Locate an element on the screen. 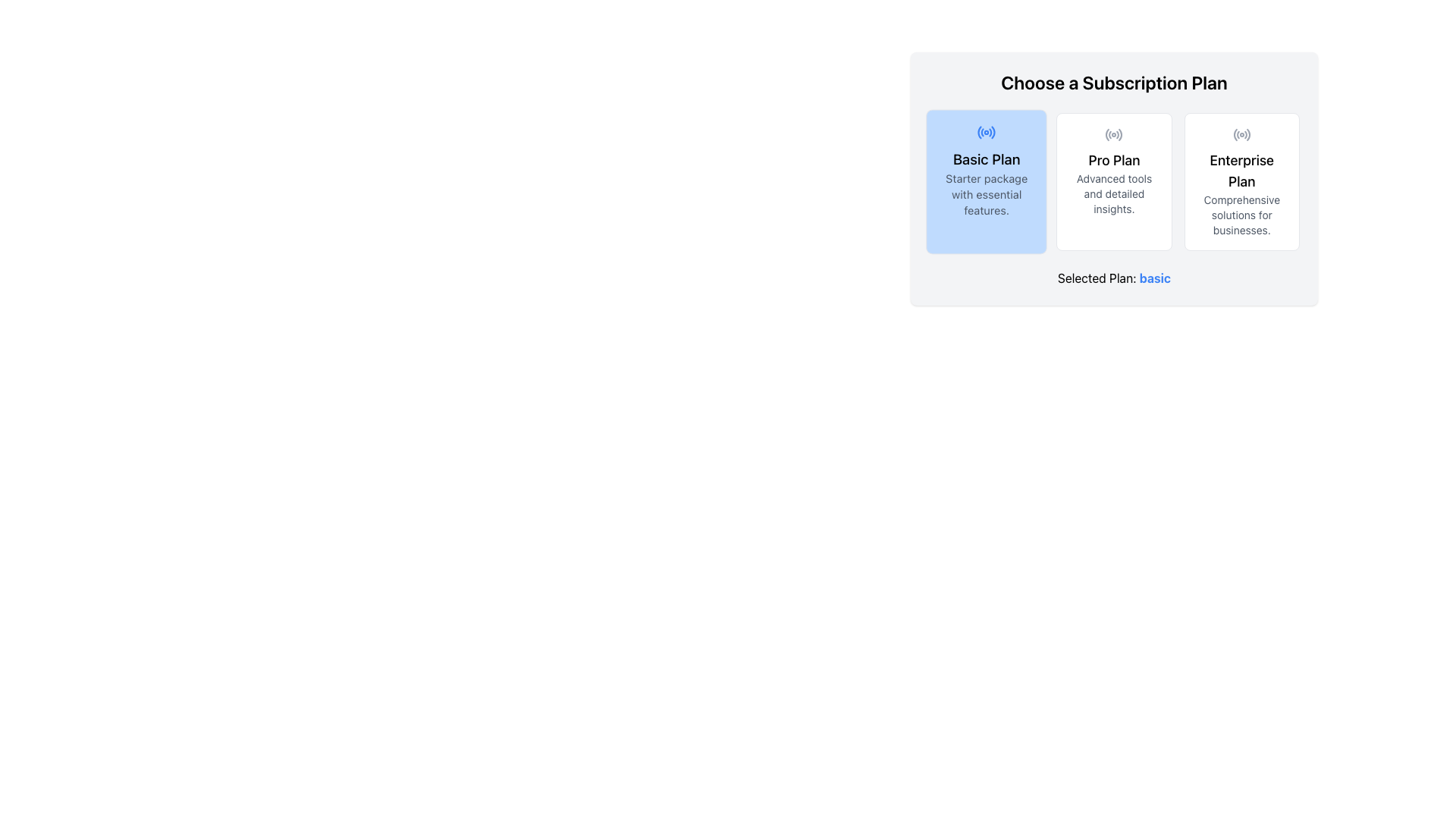 The height and width of the screenshot is (819, 1456). descriptive text label that states 'Comprehensive solutions for businesses.' located beneath the 'Enterprise Plan' heading in the subscription plan selection component is located at coordinates (1241, 215).